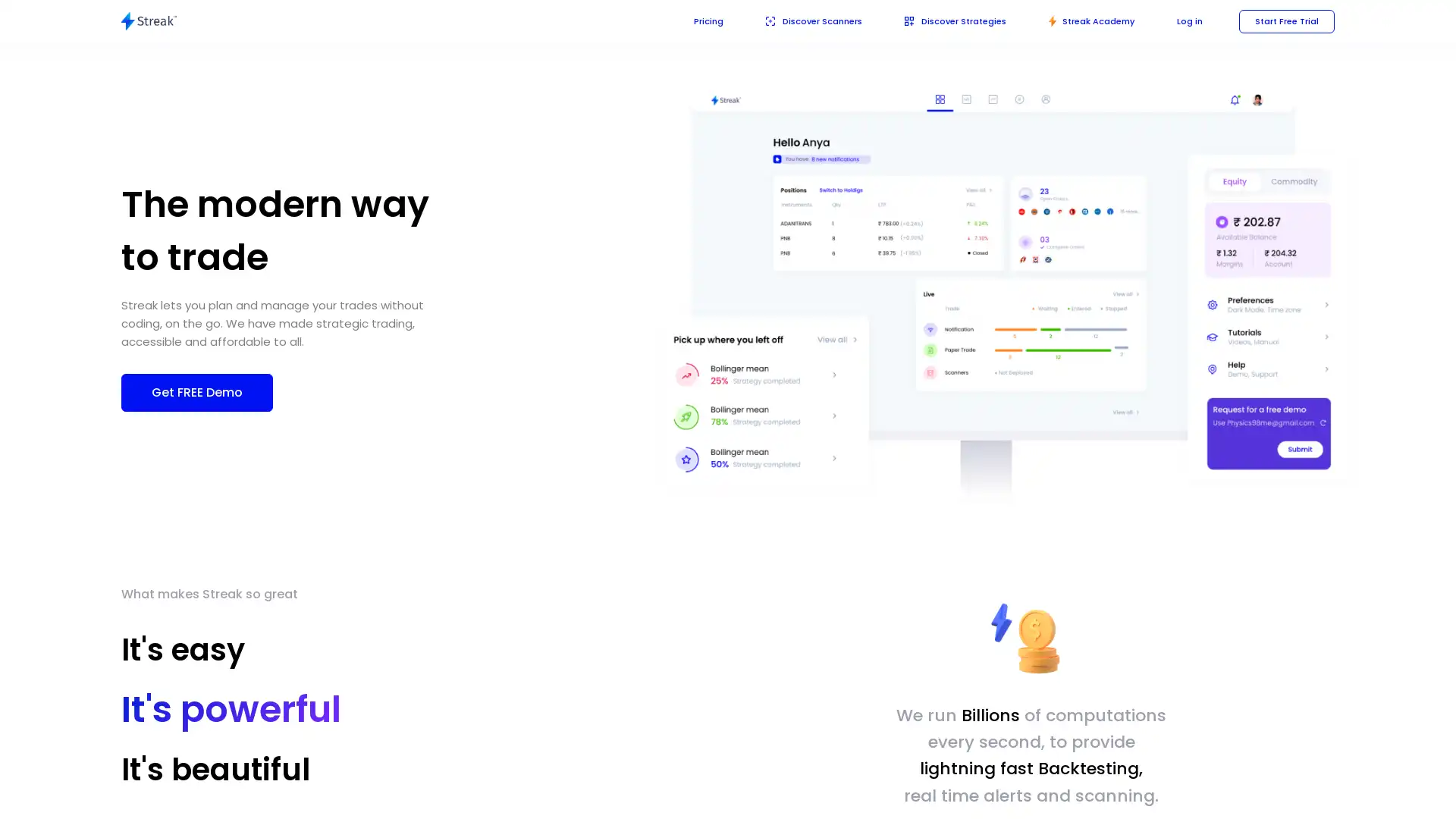 The image size is (1456, 819). I want to click on Start Free Trial, so click(1284, 20).